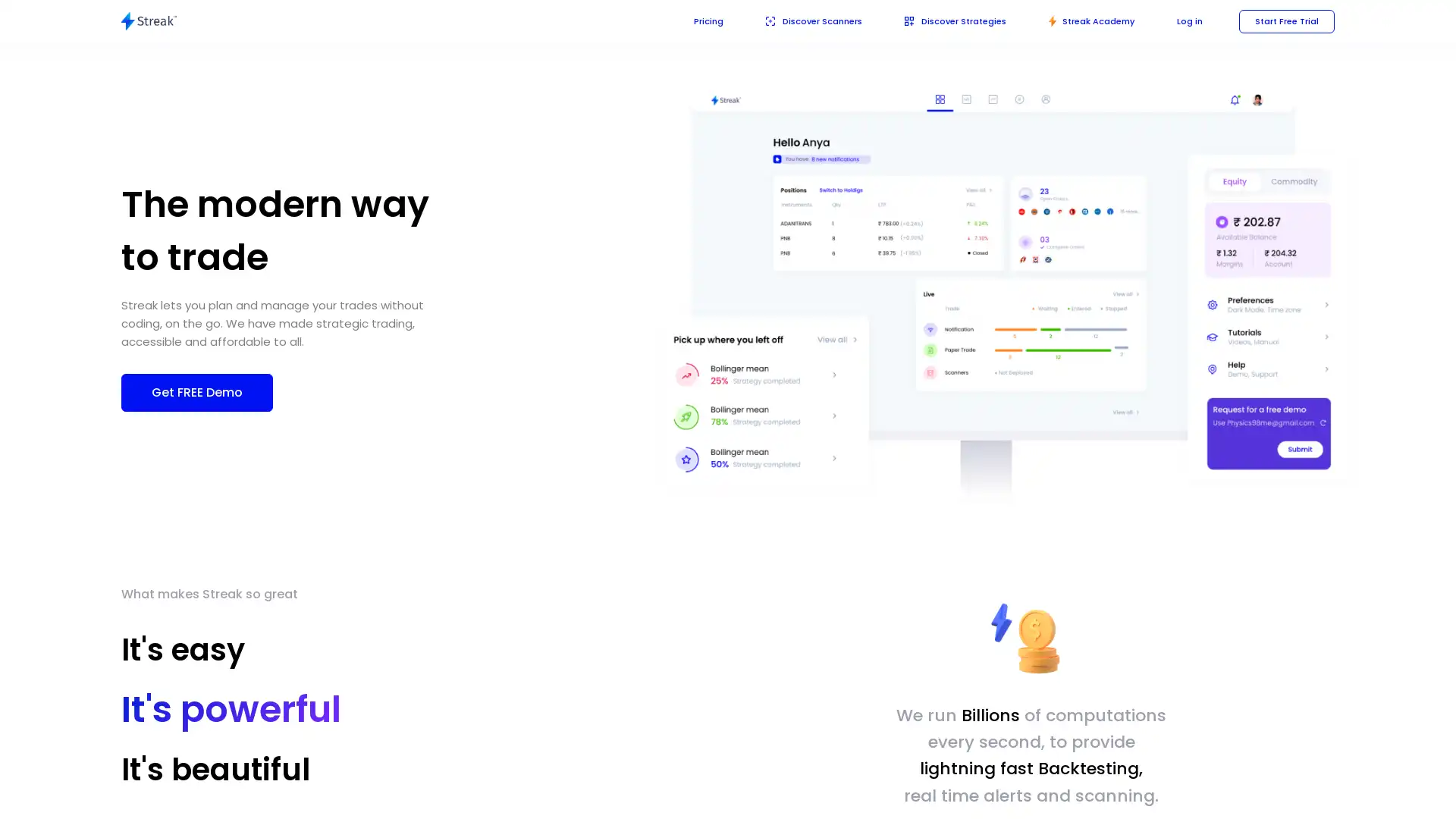 The image size is (1456, 819). I want to click on Start Free Trial, so click(1284, 20).